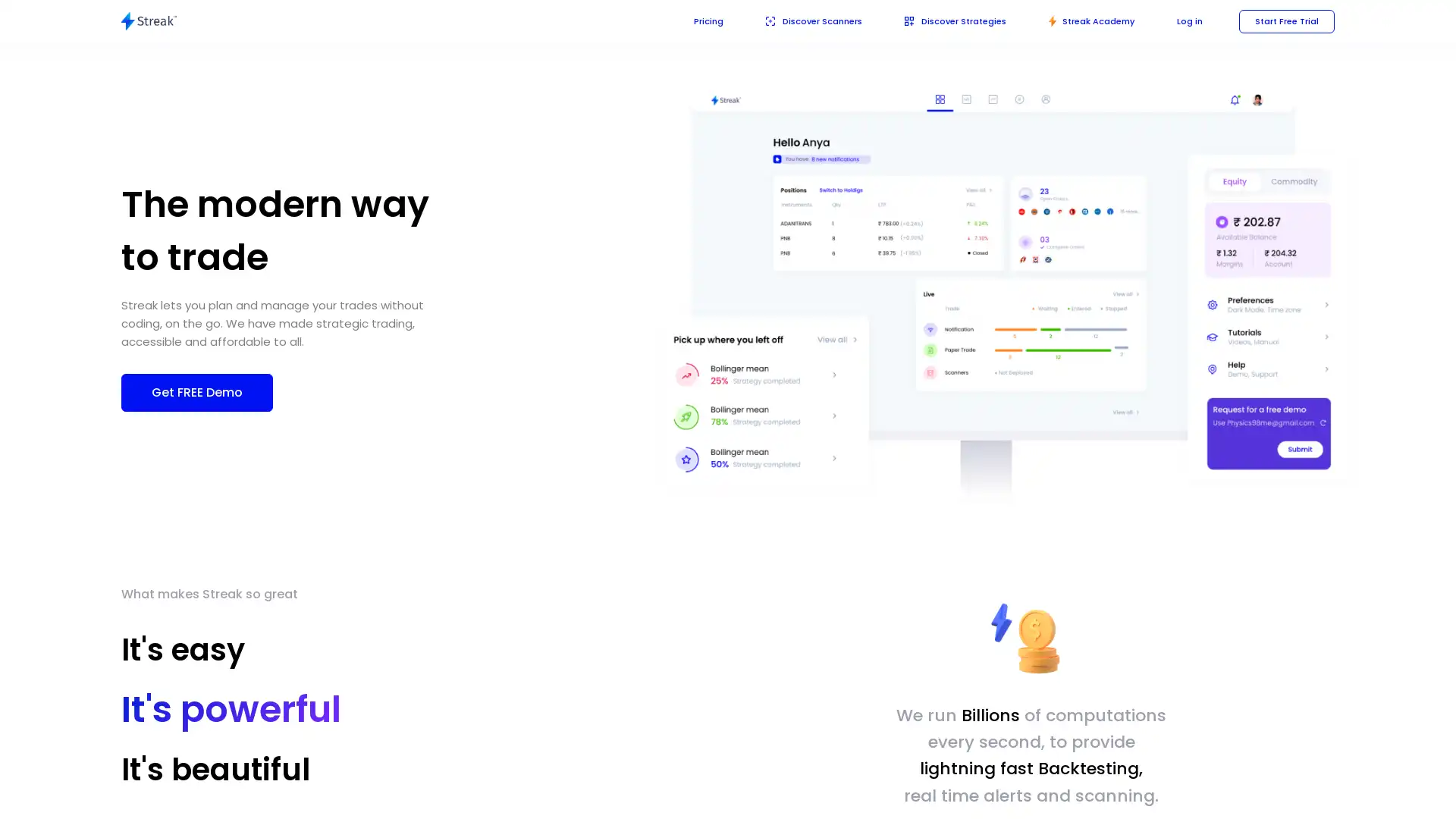 The image size is (1456, 819). I want to click on Start Free Trial, so click(1284, 20).